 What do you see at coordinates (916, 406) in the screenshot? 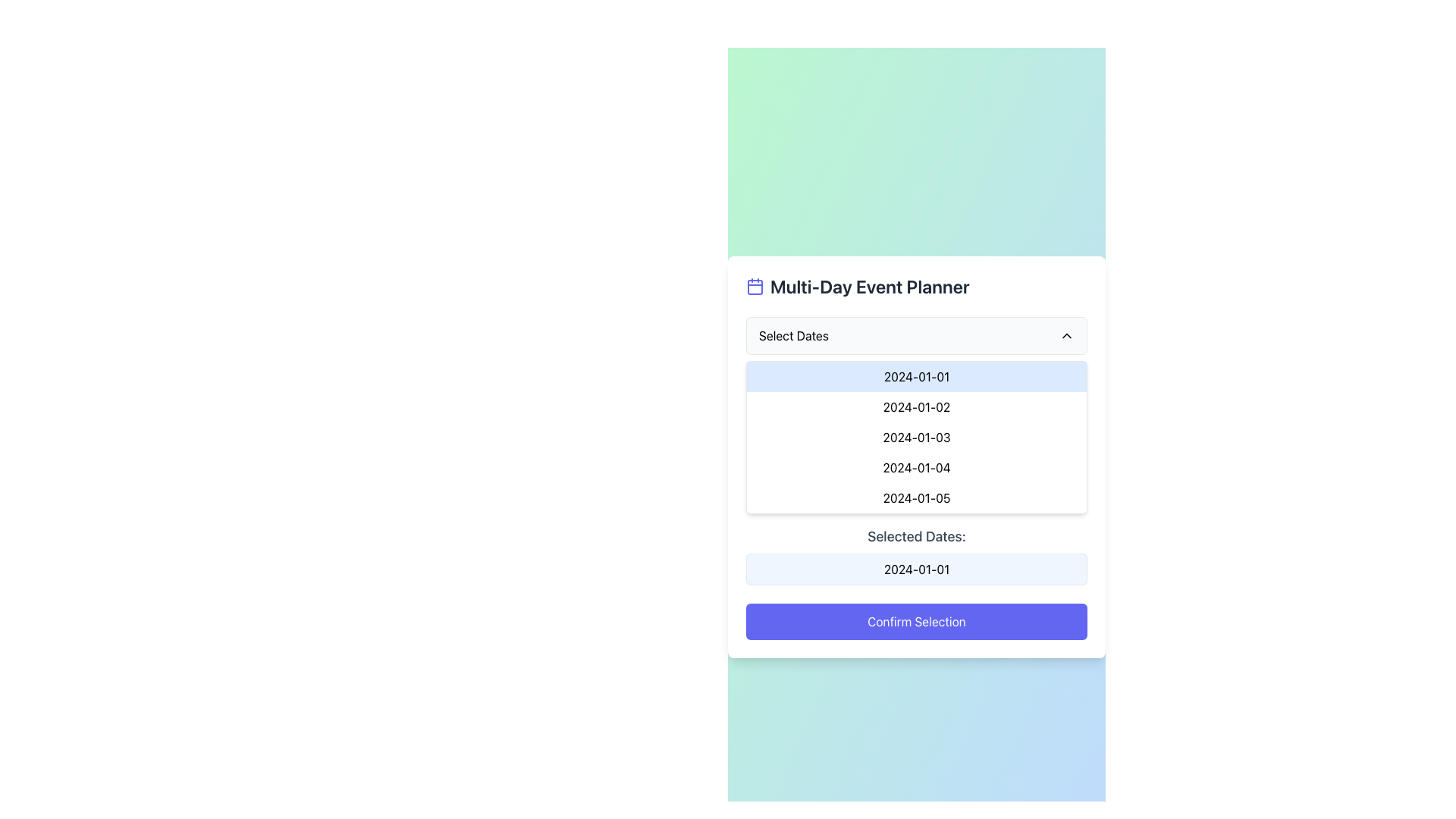
I see `the second date option in the dropdown menu` at bounding box center [916, 406].